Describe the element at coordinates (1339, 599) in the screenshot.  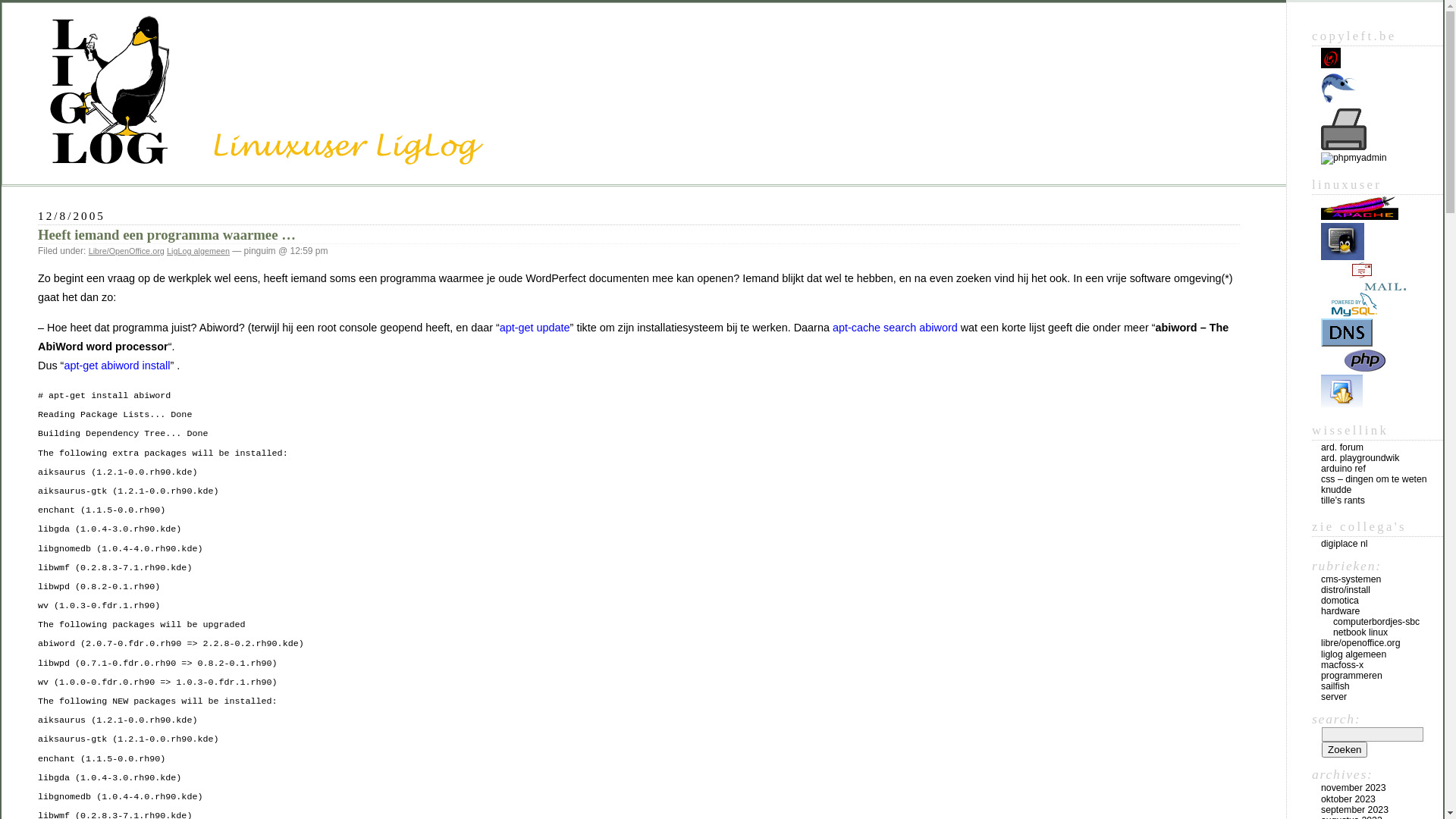
I see `'domotica'` at that location.